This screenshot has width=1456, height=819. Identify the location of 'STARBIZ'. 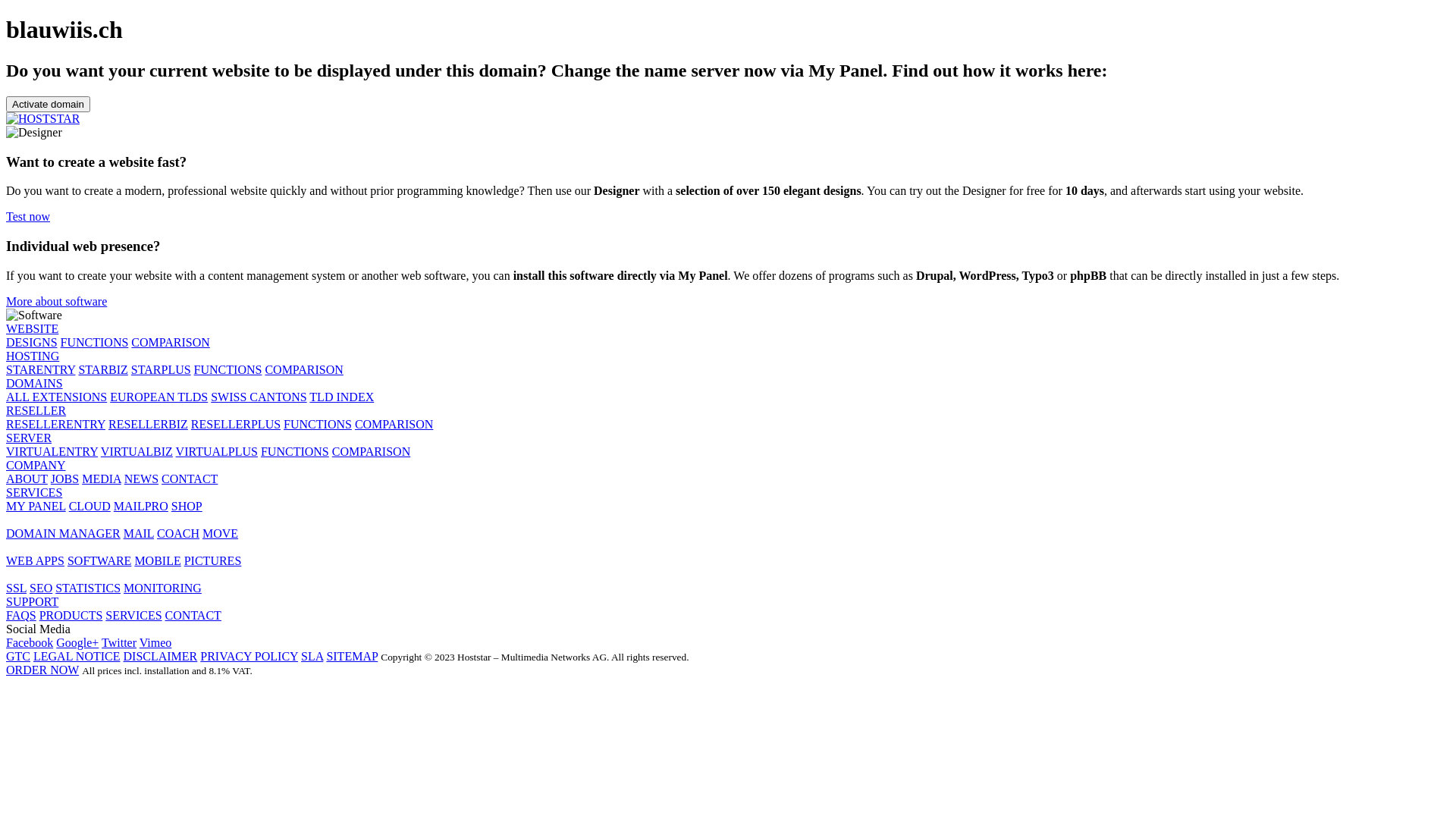
(102, 369).